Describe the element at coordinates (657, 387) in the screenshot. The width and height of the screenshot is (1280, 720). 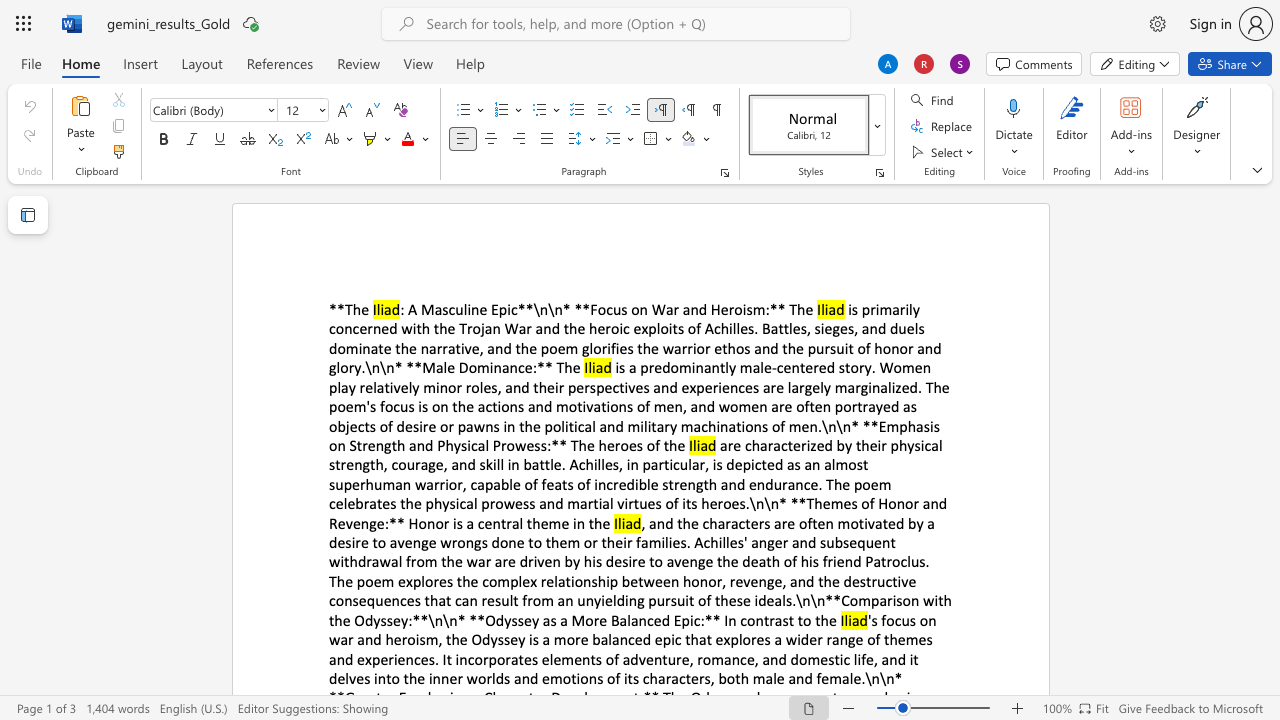
I see `the 7th character "a" in the text` at that location.